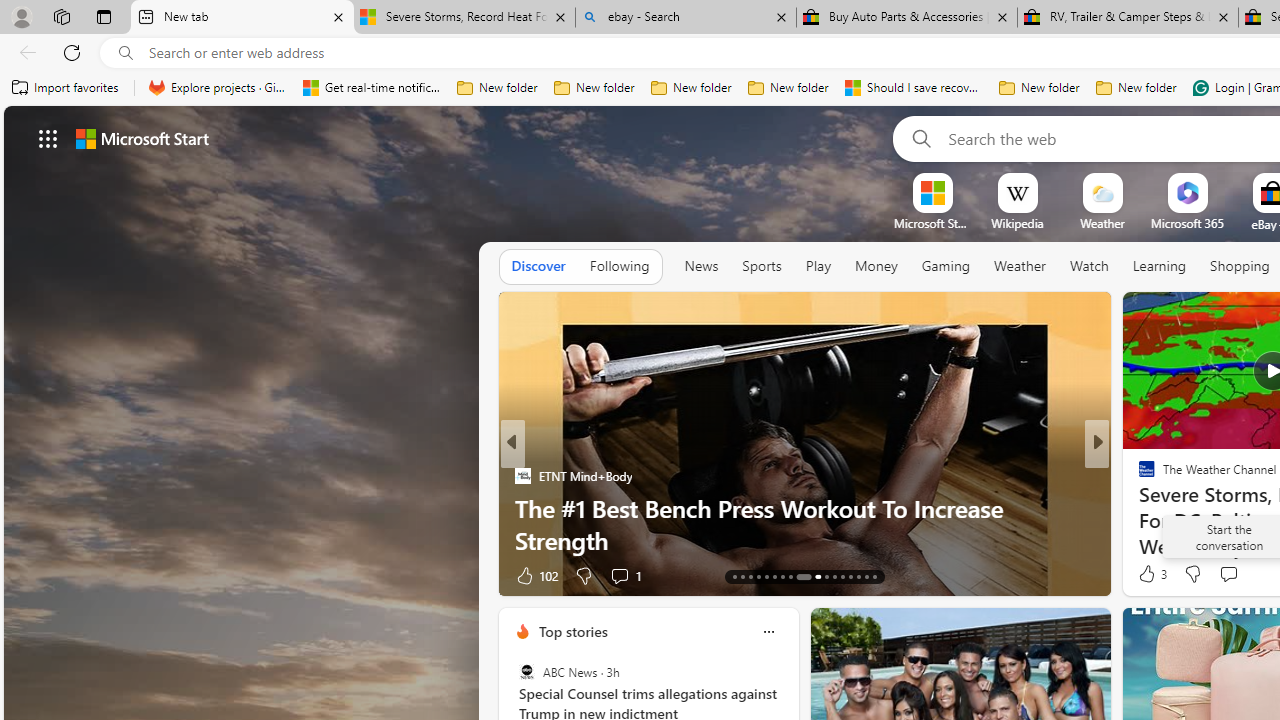  Describe the element at coordinates (1017, 223) in the screenshot. I see `'Wikipedia'` at that location.